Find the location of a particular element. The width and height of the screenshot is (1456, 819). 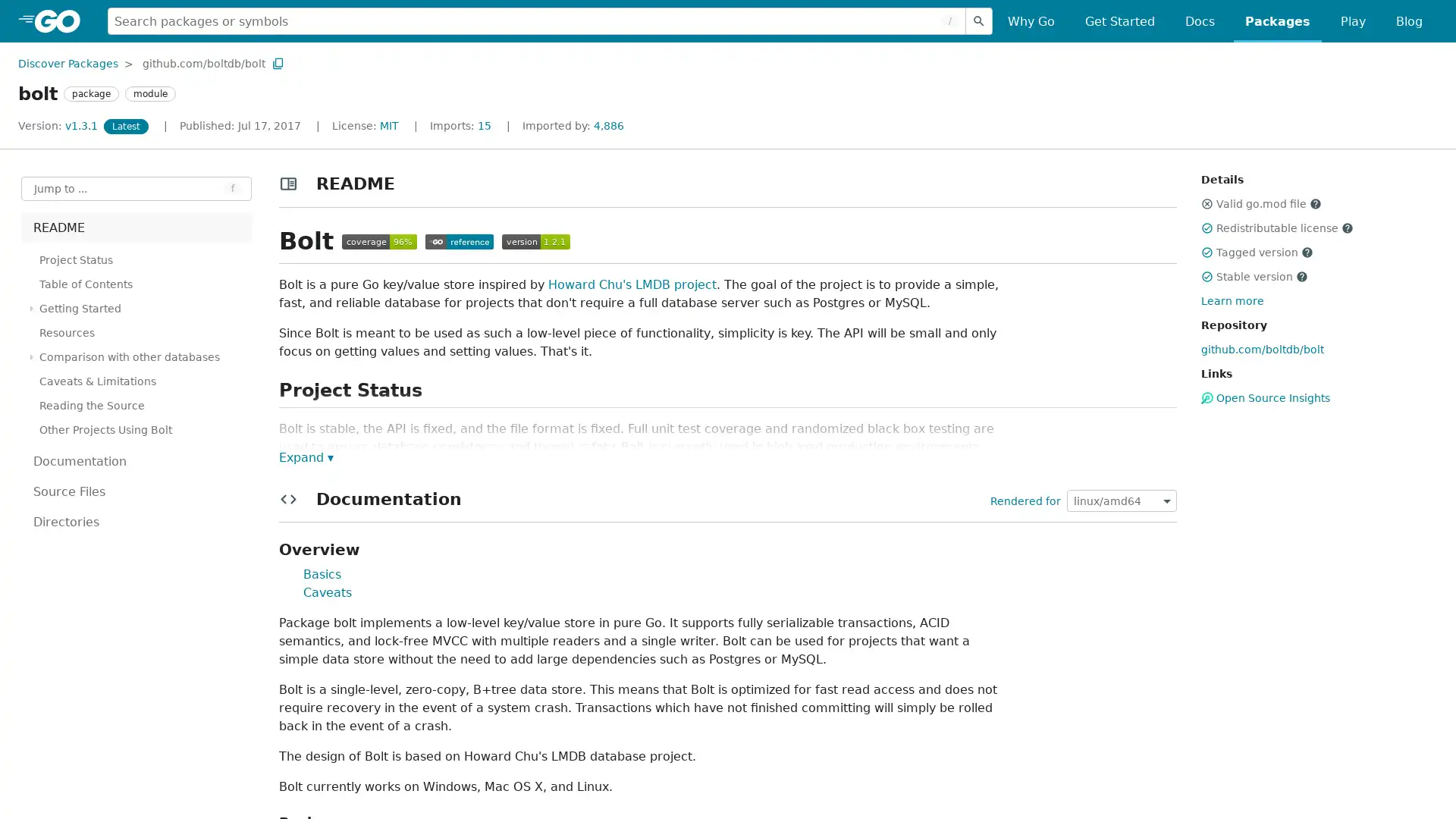

Open Jump to Identifier is located at coordinates (136, 188).